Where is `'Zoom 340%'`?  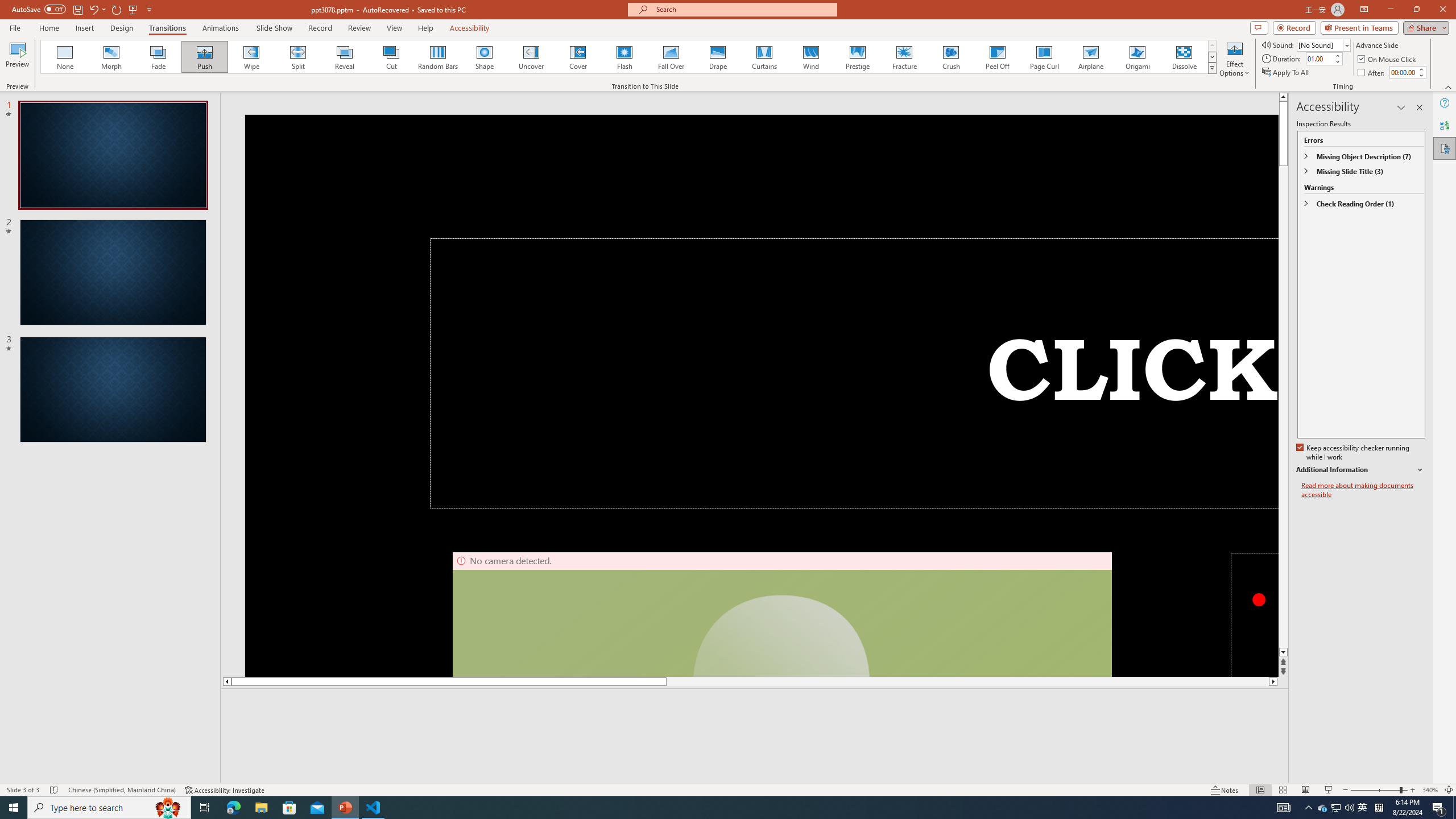
'Zoom 340%' is located at coordinates (1430, 790).